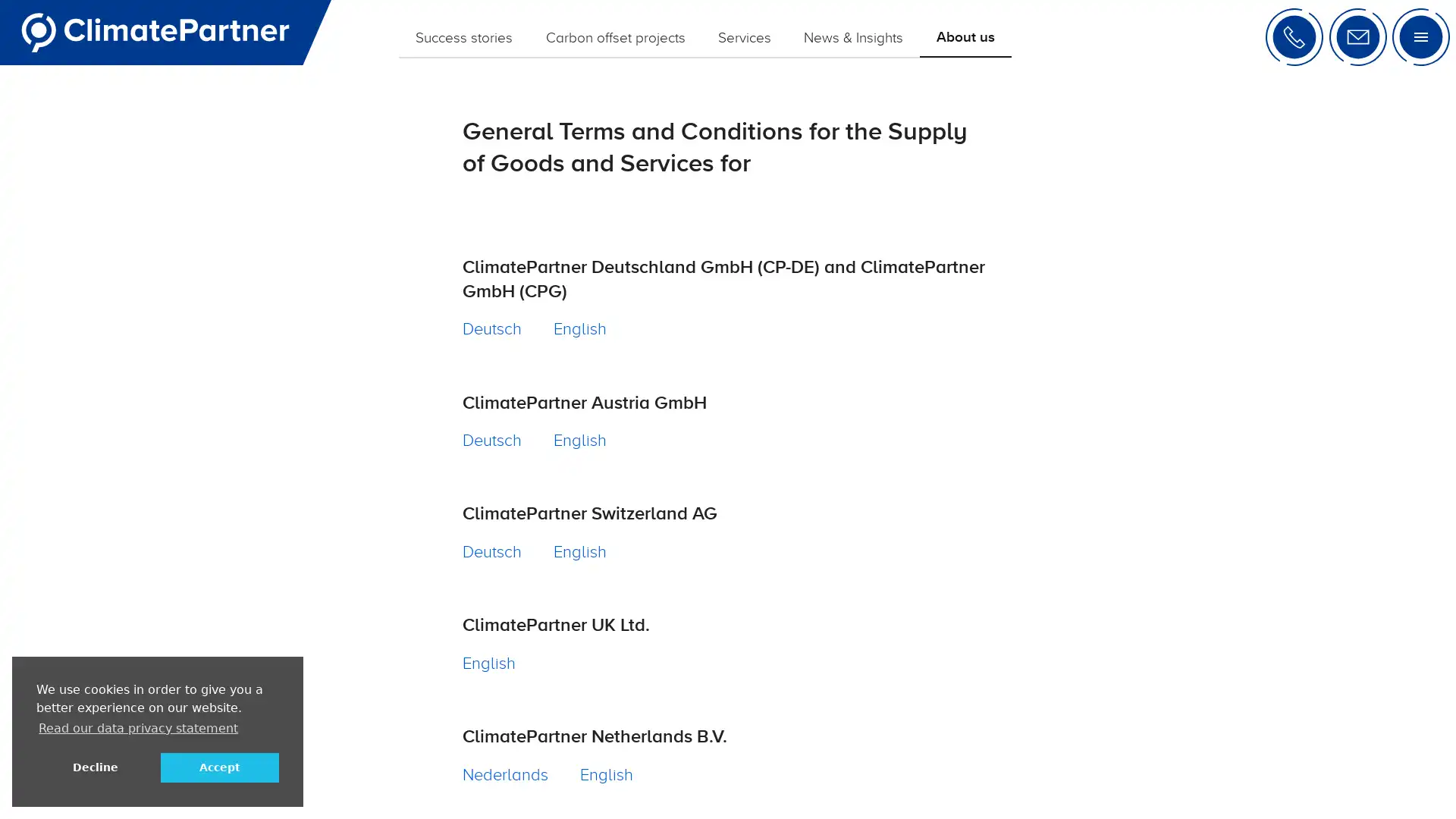 The image size is (1456, 819). I want to click on allow cookies, so click(218, 767).